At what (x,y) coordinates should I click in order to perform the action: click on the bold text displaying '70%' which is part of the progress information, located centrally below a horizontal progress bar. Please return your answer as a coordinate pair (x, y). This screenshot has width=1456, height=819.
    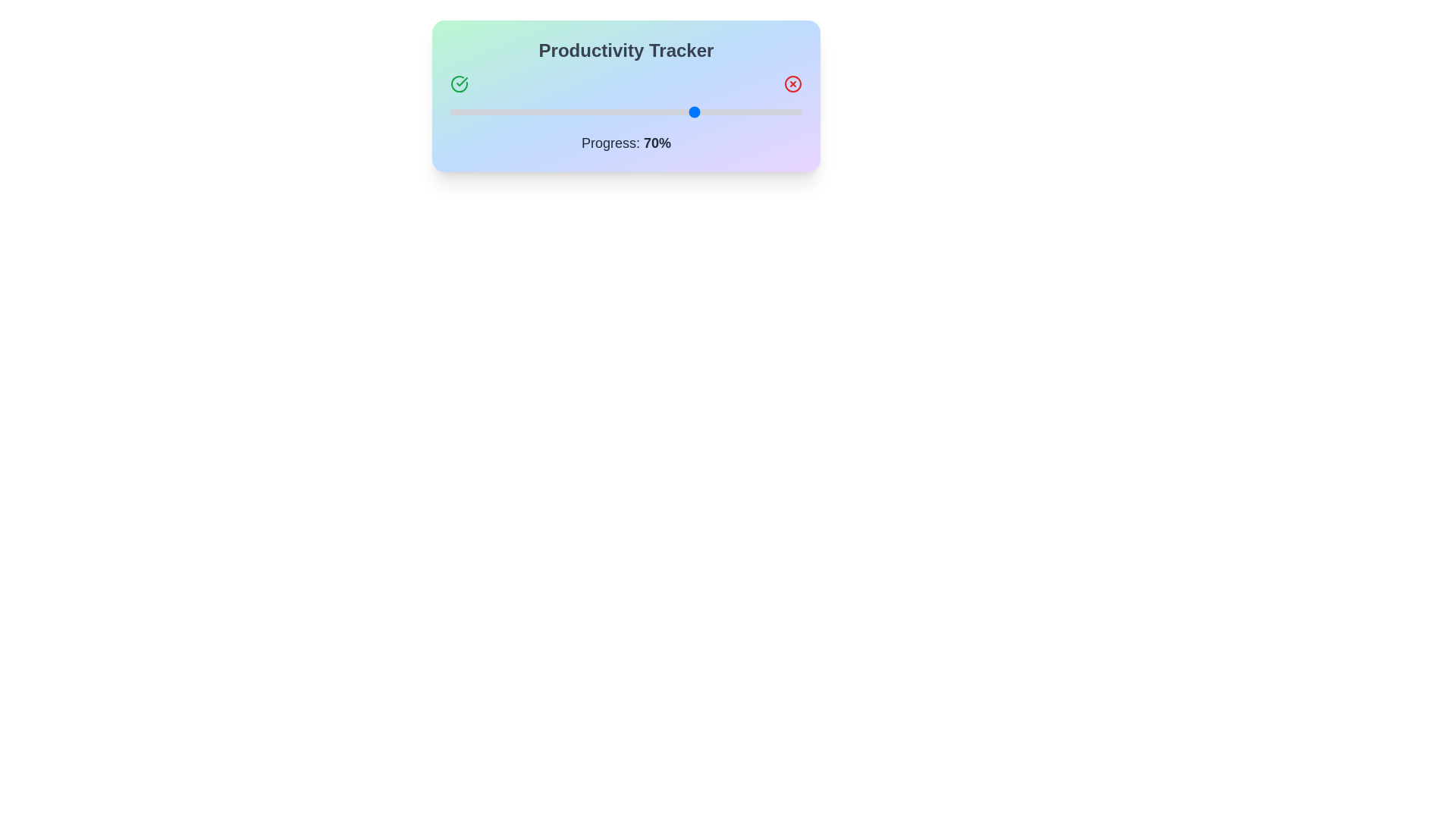
    Looking at the image, I should click on (657, 143).